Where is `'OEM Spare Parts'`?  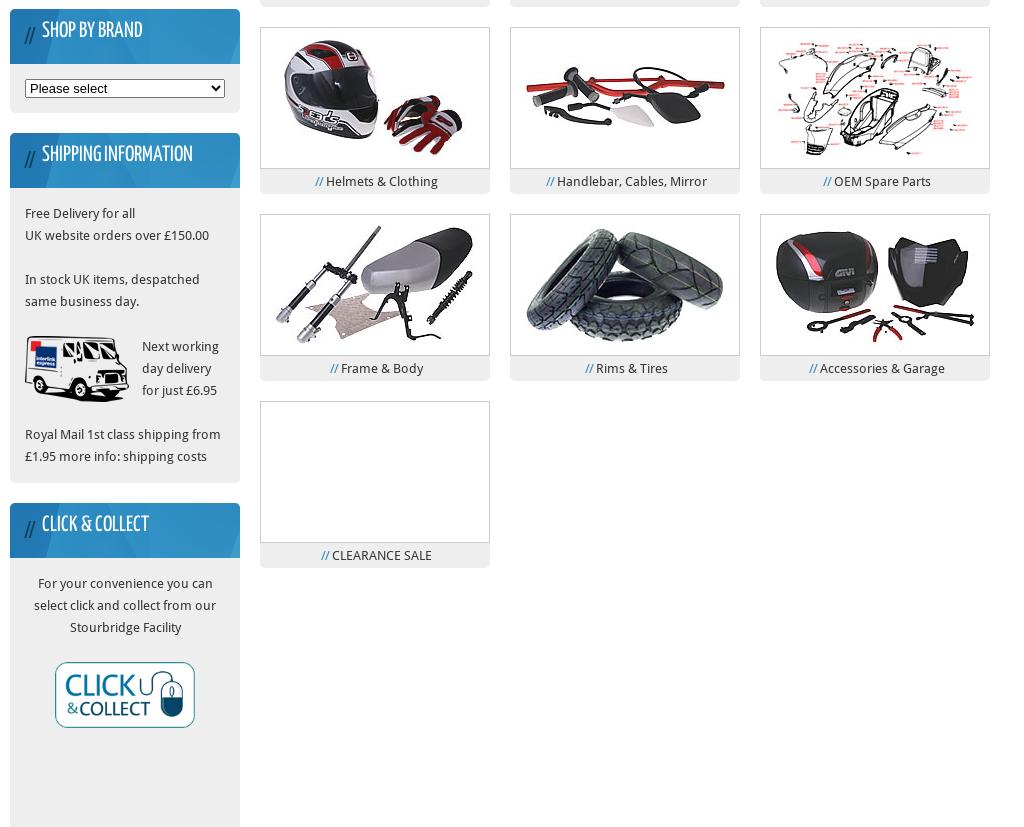
'OEM Spare Parts' is located at coordinates (881, 179).